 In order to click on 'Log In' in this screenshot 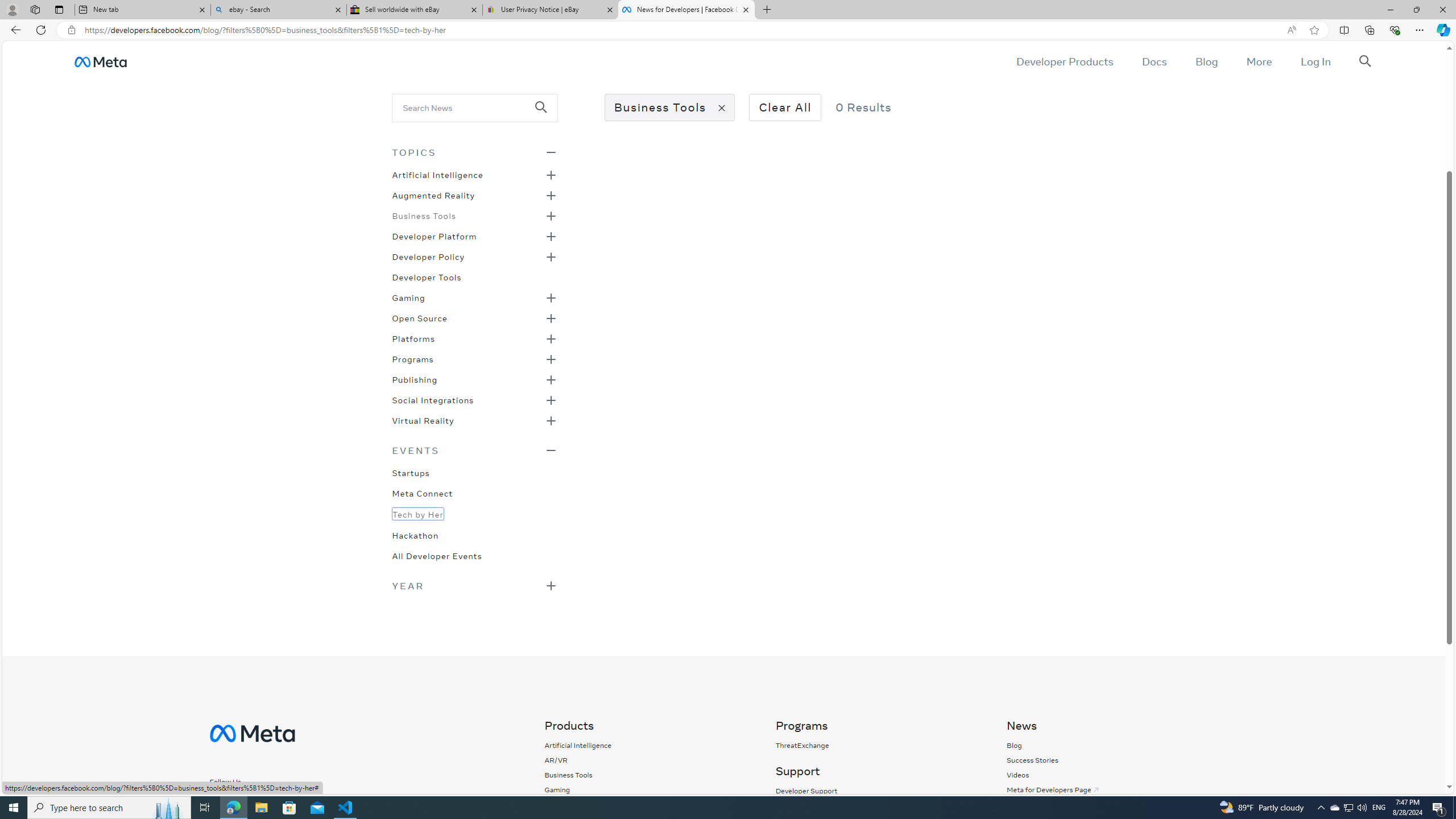, I will do `click(1314, 61)`.